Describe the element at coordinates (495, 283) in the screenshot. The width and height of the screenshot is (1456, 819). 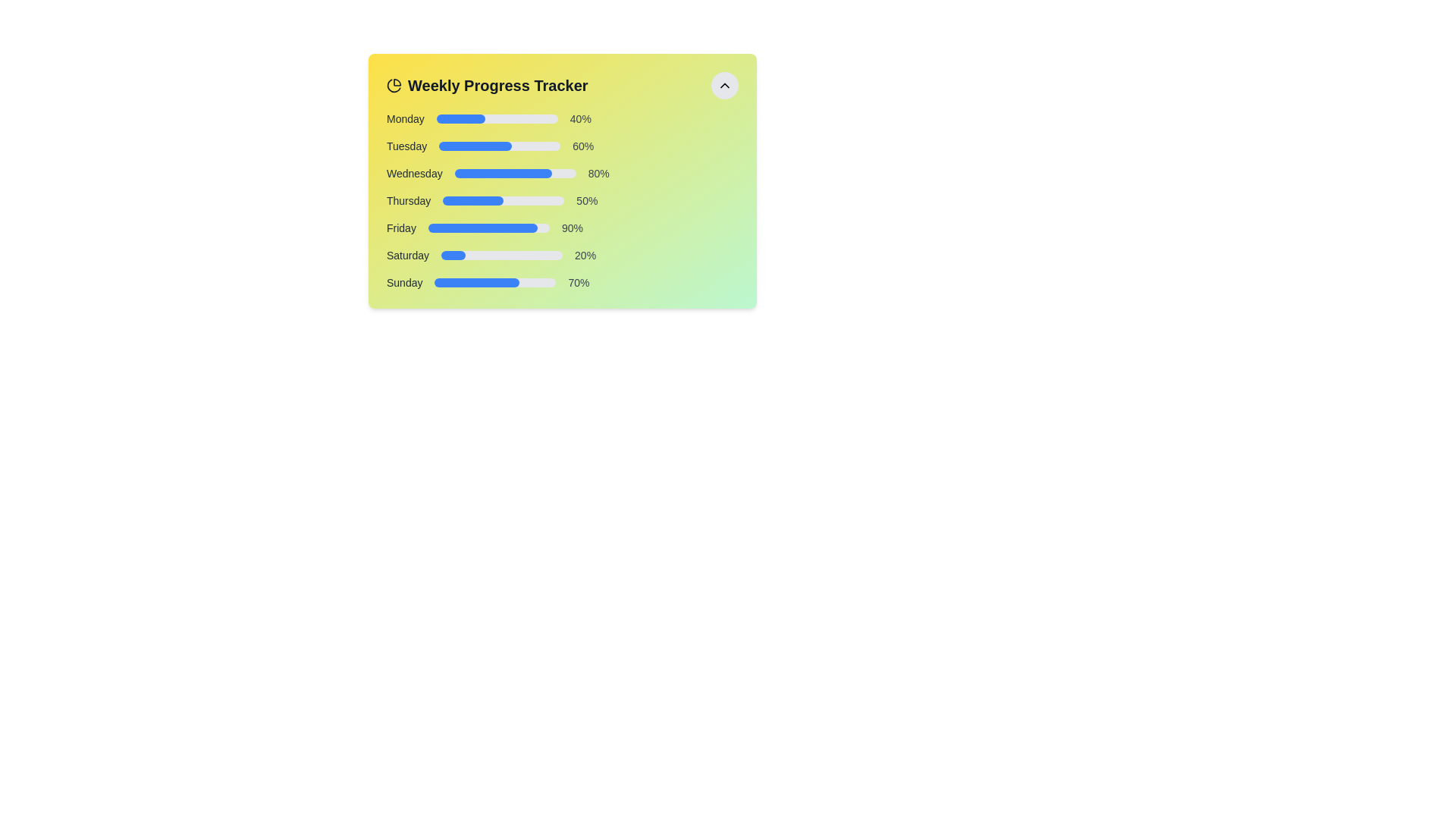
I see `the progress bar representing 70% completion for the activity associated with the label 'Sunday', which is the bottommost in the vertical list of progress bars` at that location.